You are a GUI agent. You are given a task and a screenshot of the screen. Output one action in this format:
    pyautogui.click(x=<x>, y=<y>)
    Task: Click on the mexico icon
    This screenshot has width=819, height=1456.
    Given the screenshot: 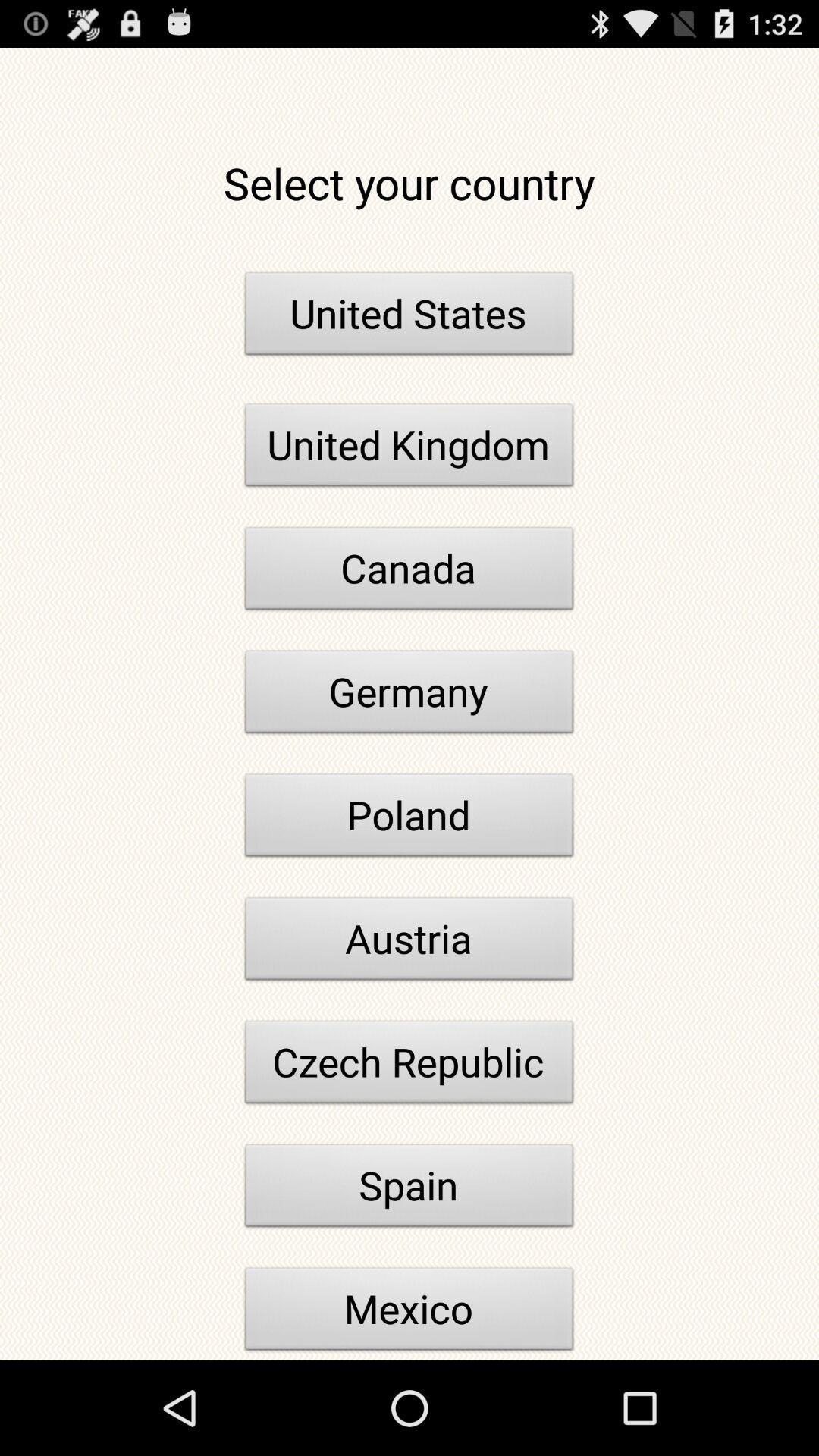 What is the action you would take?
    pyautogui.click(x=409, y=1312)
    